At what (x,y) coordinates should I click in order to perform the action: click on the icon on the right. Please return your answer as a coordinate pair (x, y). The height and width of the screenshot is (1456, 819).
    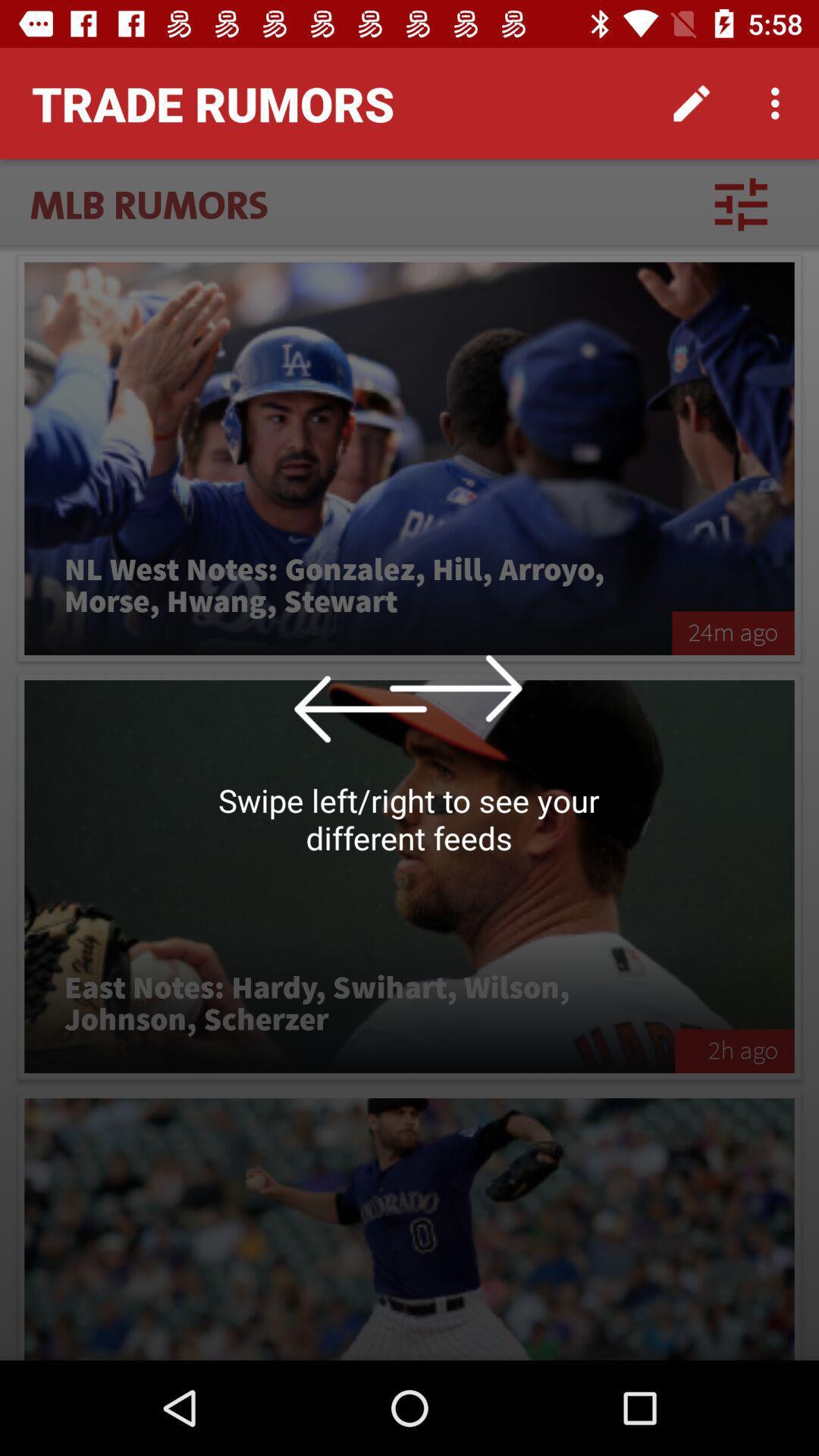
    Looking at the image, I should click on (733, 633).